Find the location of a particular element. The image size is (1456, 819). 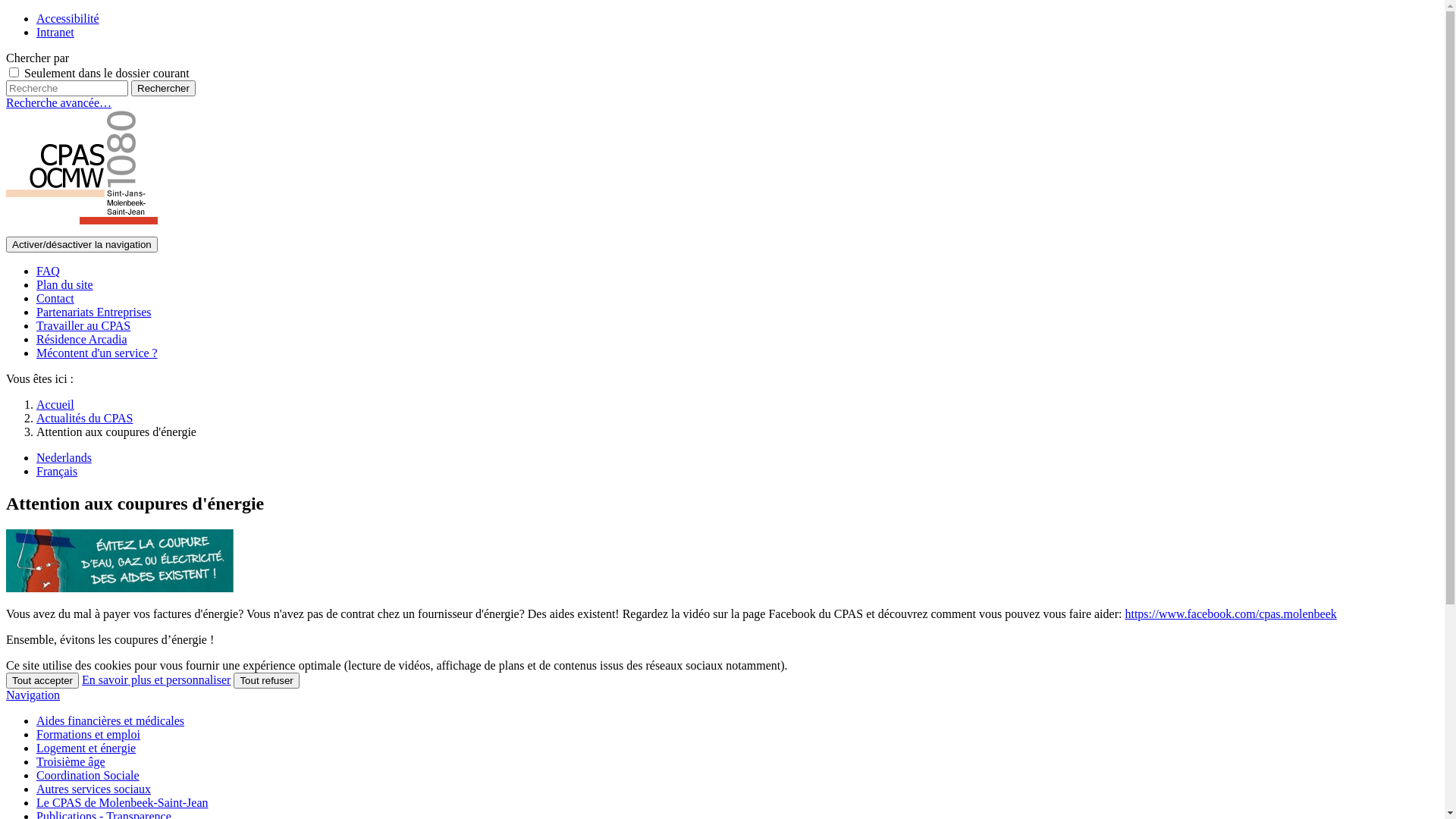

'En savoir plus et personnaliser' is located at coordinates (81, 679).